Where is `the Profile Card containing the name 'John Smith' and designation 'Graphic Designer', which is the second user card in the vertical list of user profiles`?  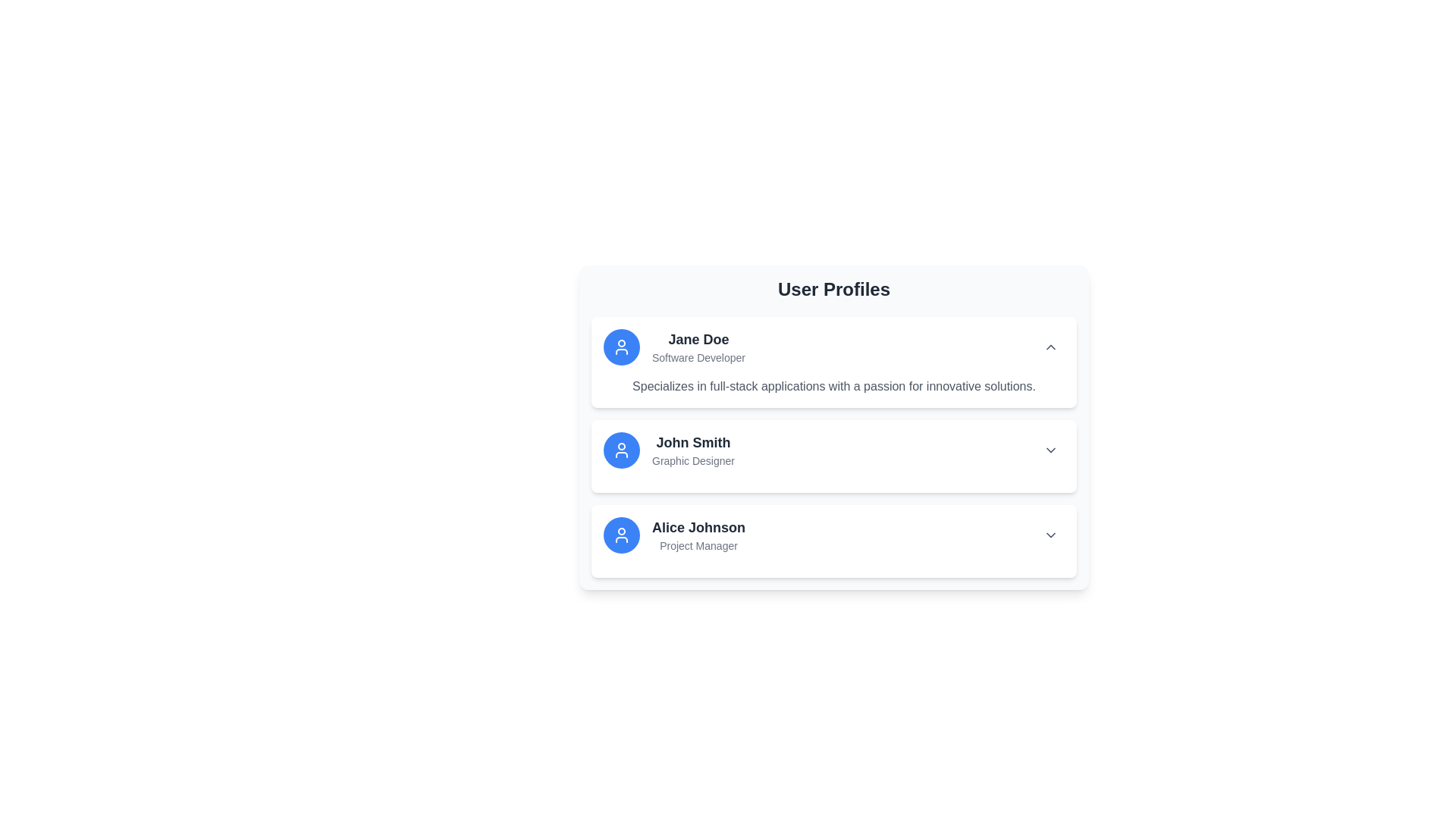
the Profile Card containing the name 'John Smith' and designation 'Graphic Designer', which is the second user card in the vertical list of user profiles is located at coordinates (833, 427).